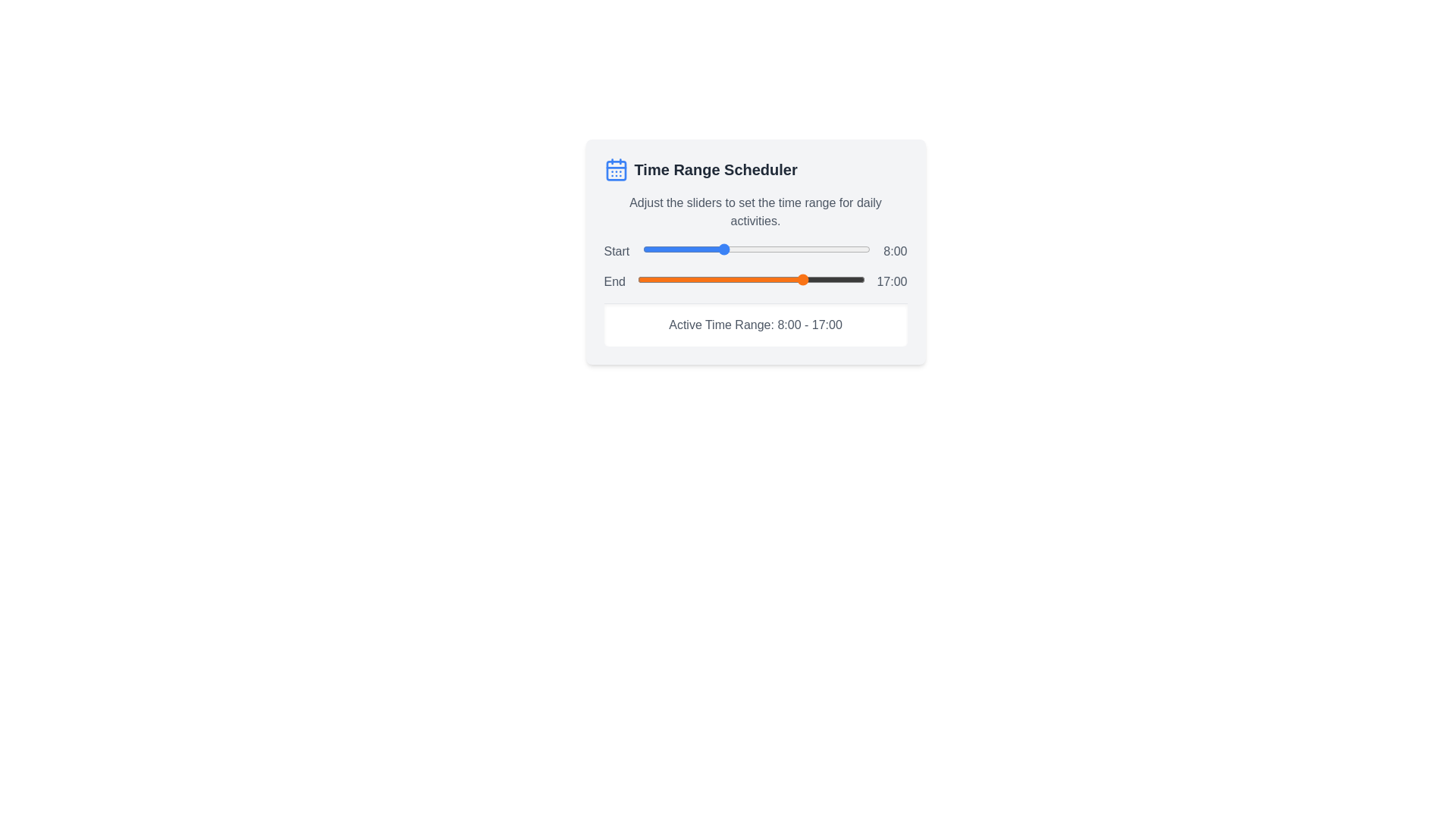  I want to click on the start time slider to 1 hours, so click(652, 248).